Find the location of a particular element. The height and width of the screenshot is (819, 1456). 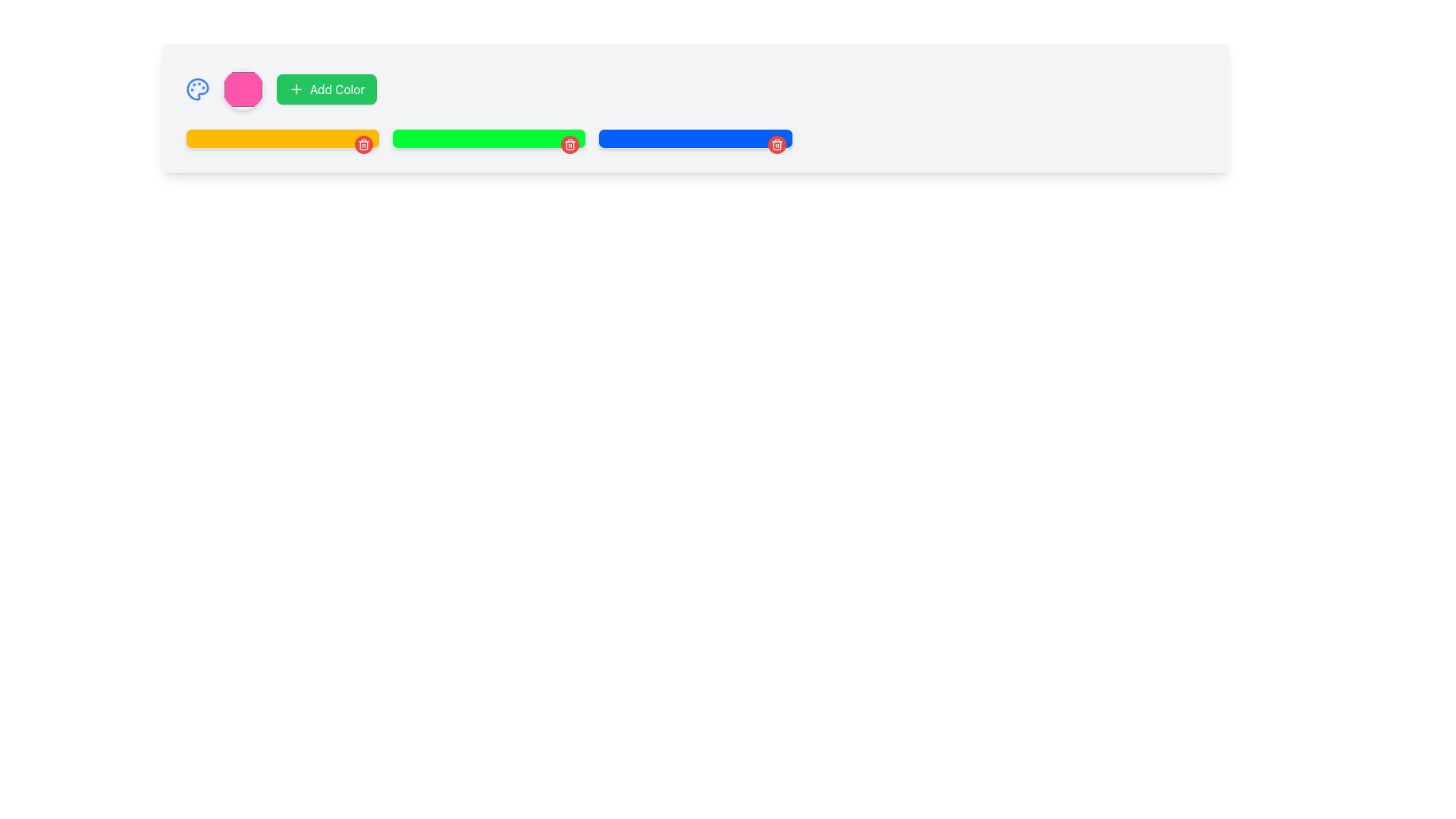

the red circular button containing the trash bin icon is located at coordinates (364, 145).